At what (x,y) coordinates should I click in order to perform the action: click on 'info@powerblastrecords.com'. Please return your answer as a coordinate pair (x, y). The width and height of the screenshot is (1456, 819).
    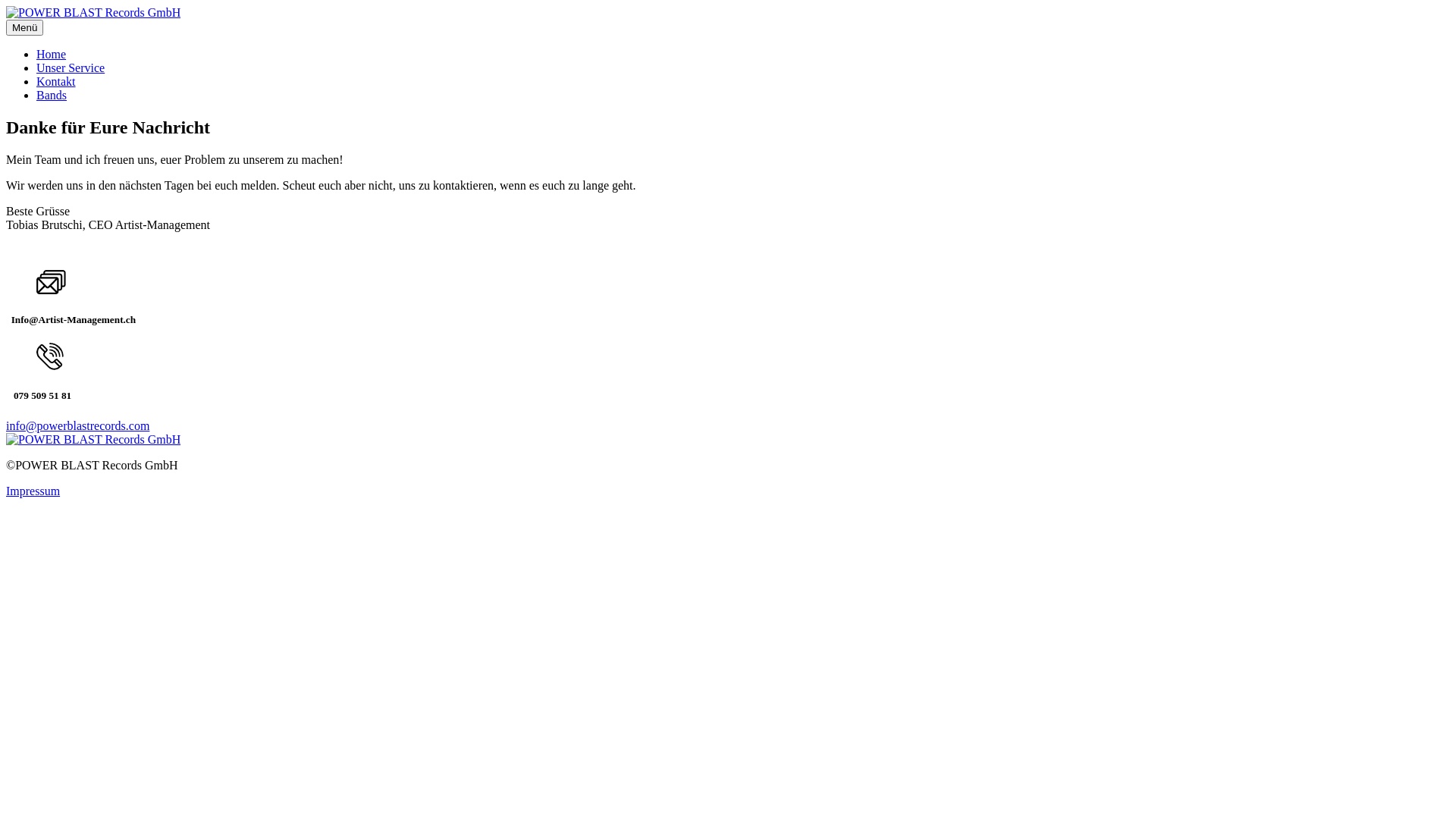
    Looking at the image, I should click on (6, 425).